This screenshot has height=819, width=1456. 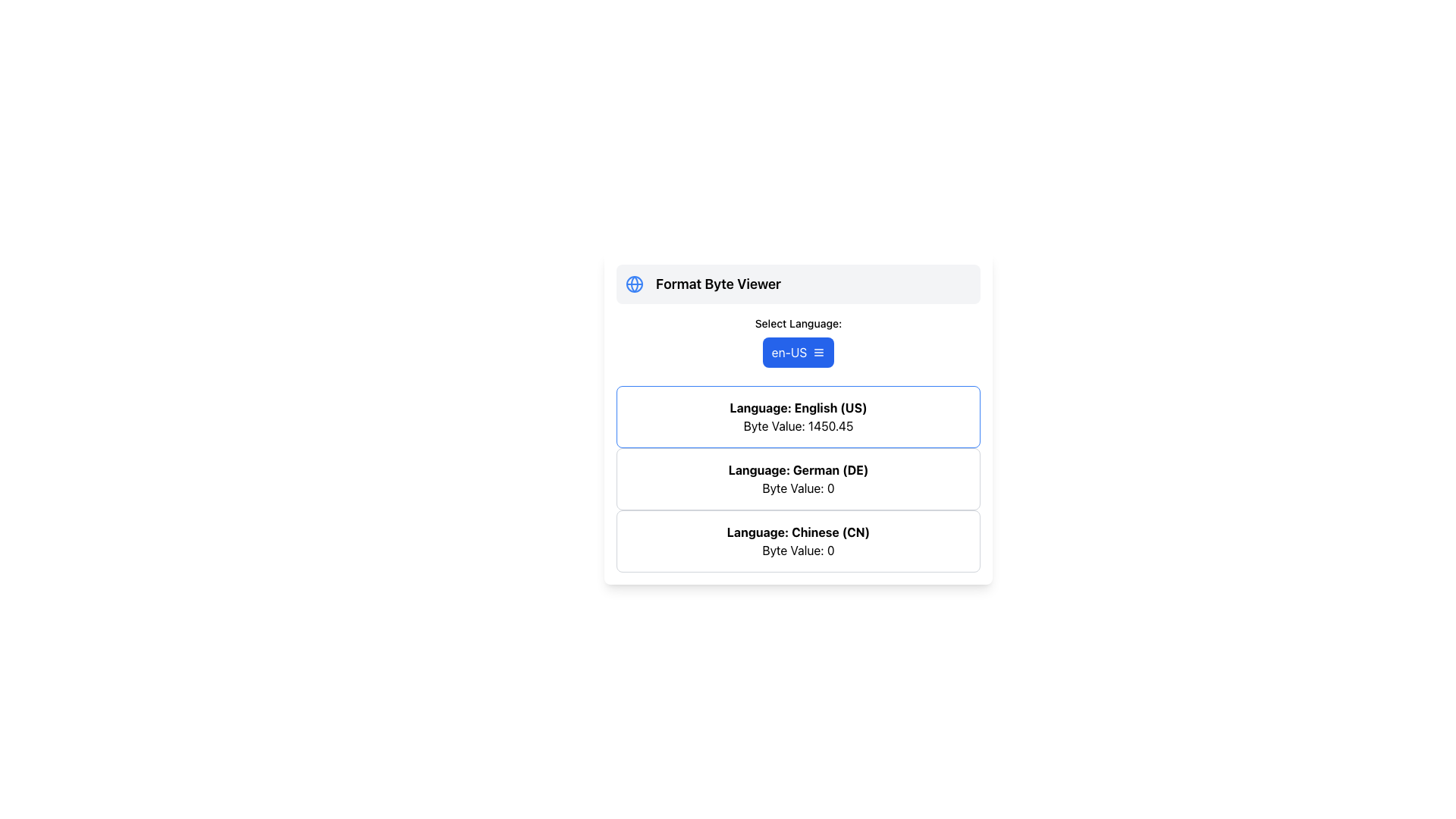 What do you see at coordinates (789, 353) in the screenshot?
I see `the text label element that represents the currently selected language option ('en-US') within the language selection button interface` at bounding box center [789, 353].